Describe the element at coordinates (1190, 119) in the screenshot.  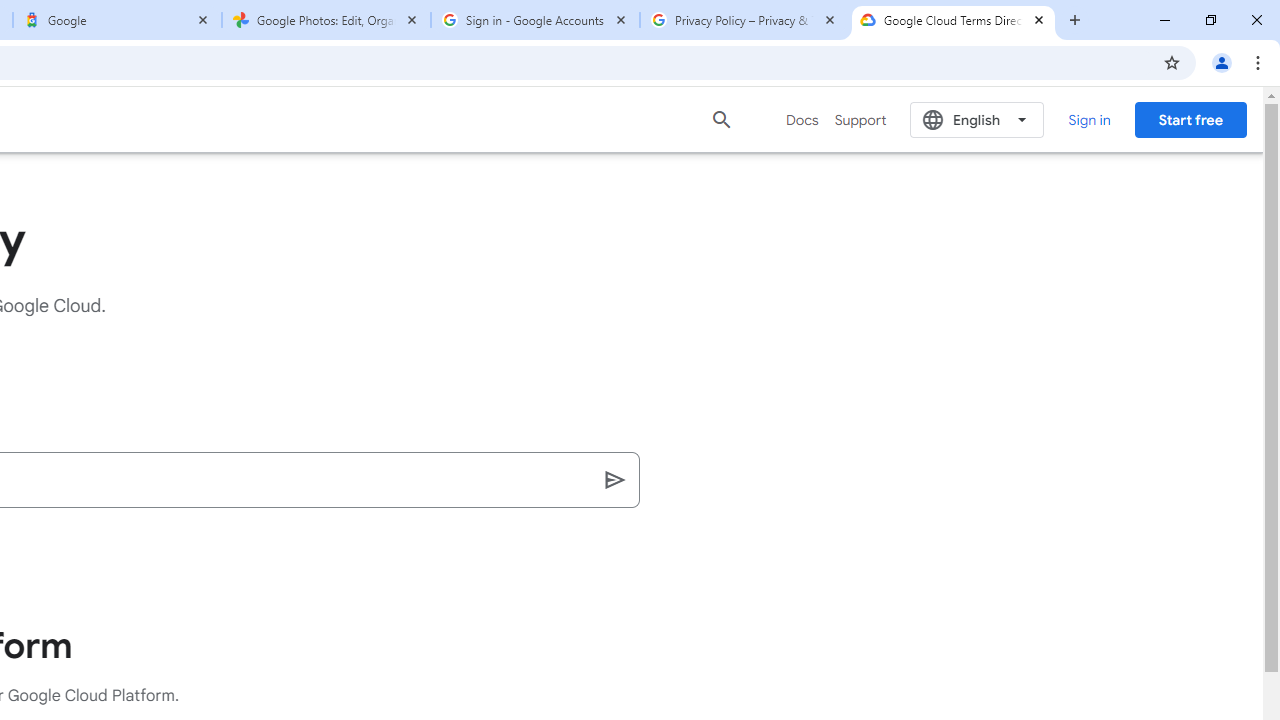
I see `'Start free'` at that location.